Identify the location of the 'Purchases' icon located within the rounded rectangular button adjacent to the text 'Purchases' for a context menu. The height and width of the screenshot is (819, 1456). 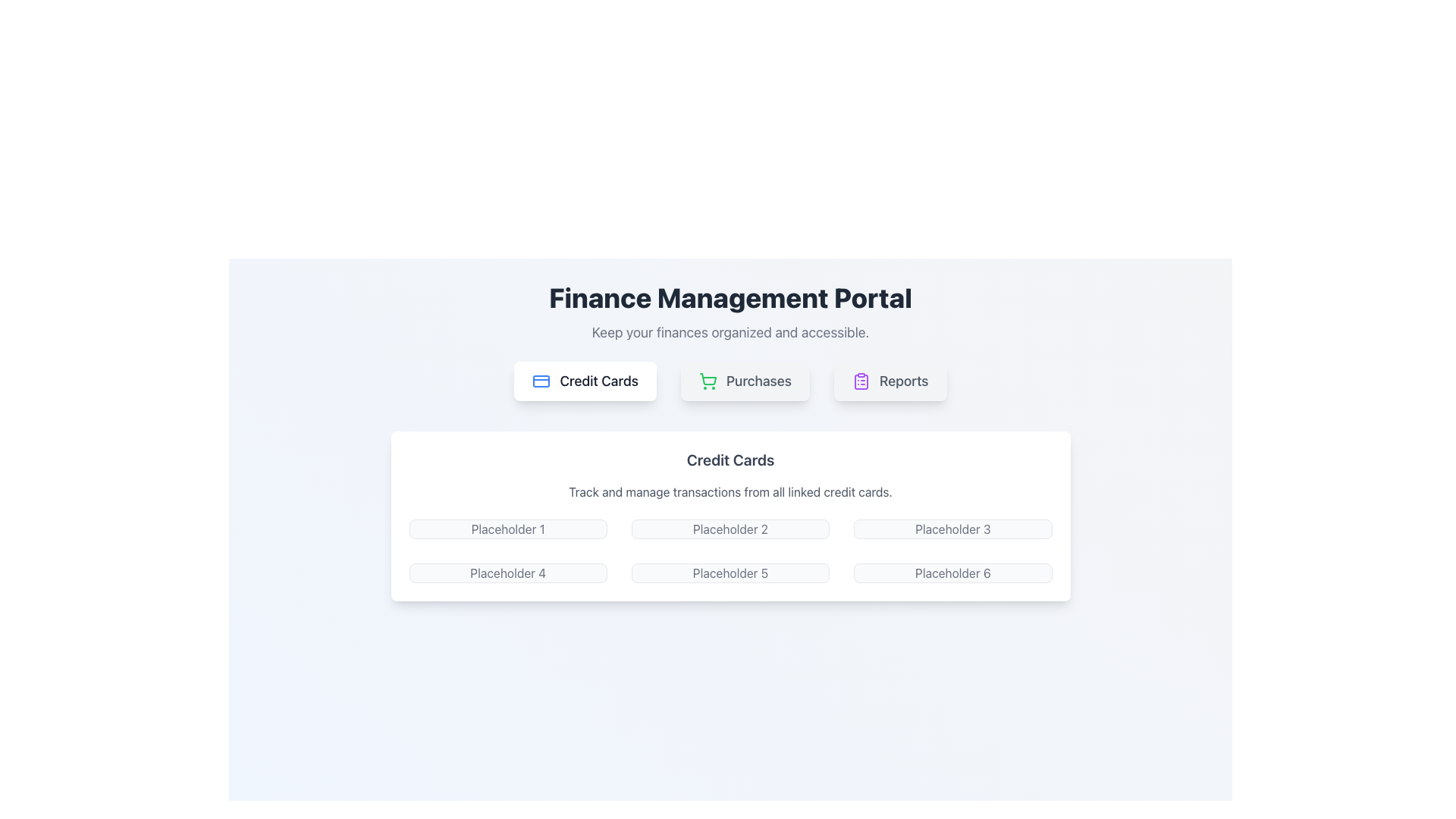
(707, 380).